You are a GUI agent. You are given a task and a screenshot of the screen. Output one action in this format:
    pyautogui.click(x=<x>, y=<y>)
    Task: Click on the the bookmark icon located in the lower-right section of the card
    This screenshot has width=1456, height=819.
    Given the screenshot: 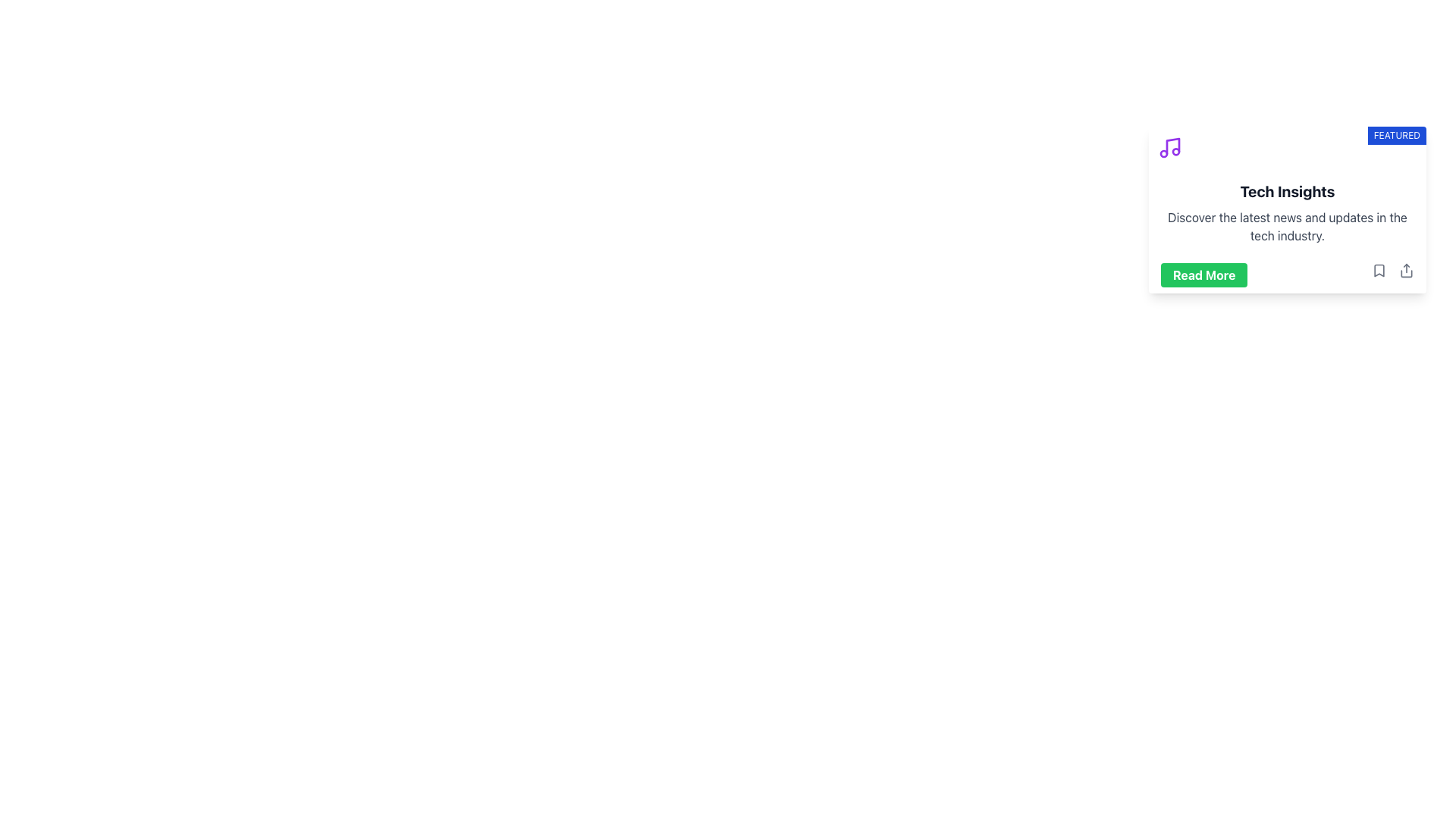 What is the action you would take?
    pyautogui.click(x=1379, y=270)
    